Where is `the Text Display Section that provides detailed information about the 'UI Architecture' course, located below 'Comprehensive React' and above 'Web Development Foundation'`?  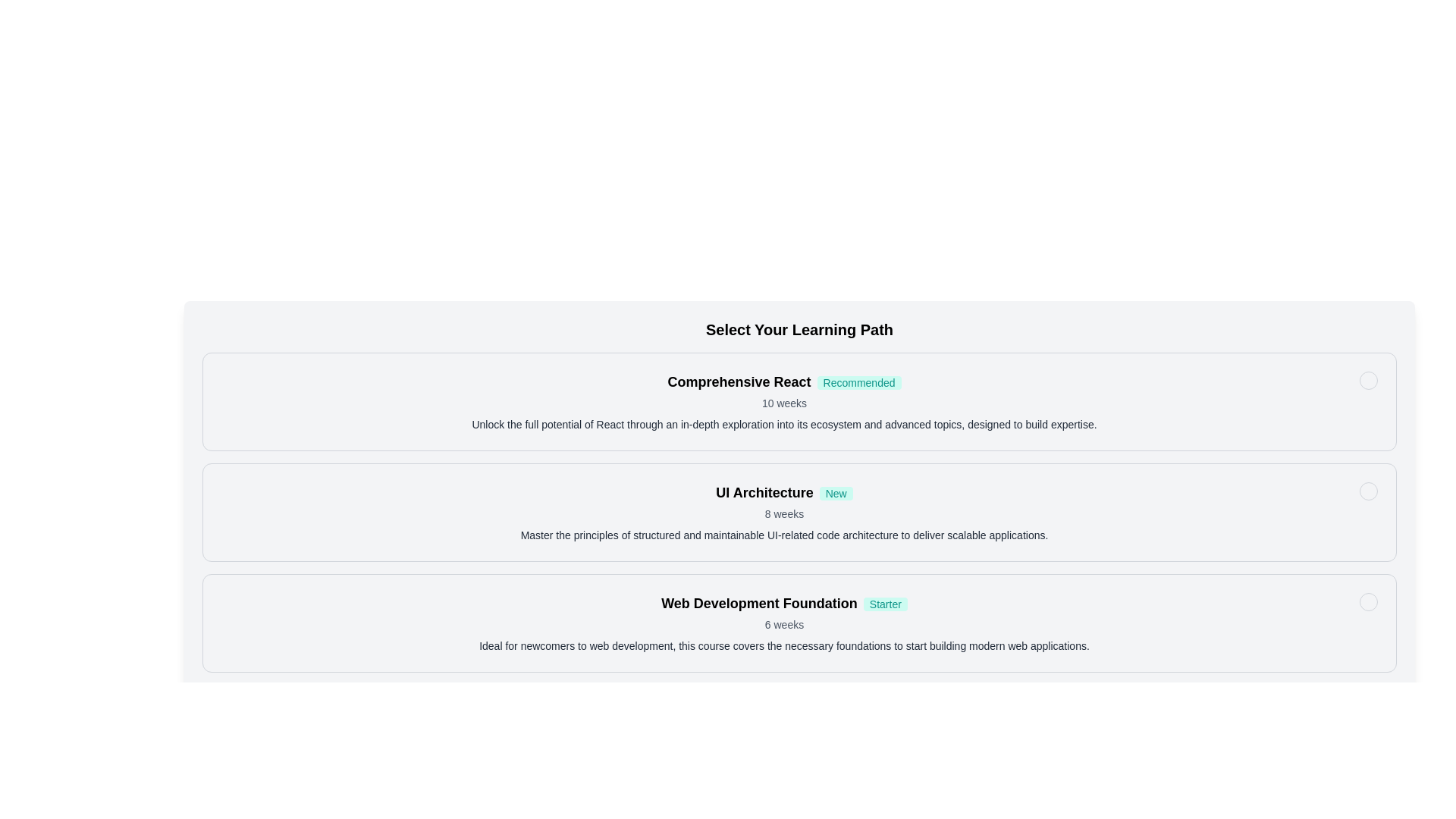
the Text Display Section that provides detailed information about the 'UI Architecture' course, located below 'Comprehensive React' and above 'Web Development Foundation' is located at coordinates (784, 512).